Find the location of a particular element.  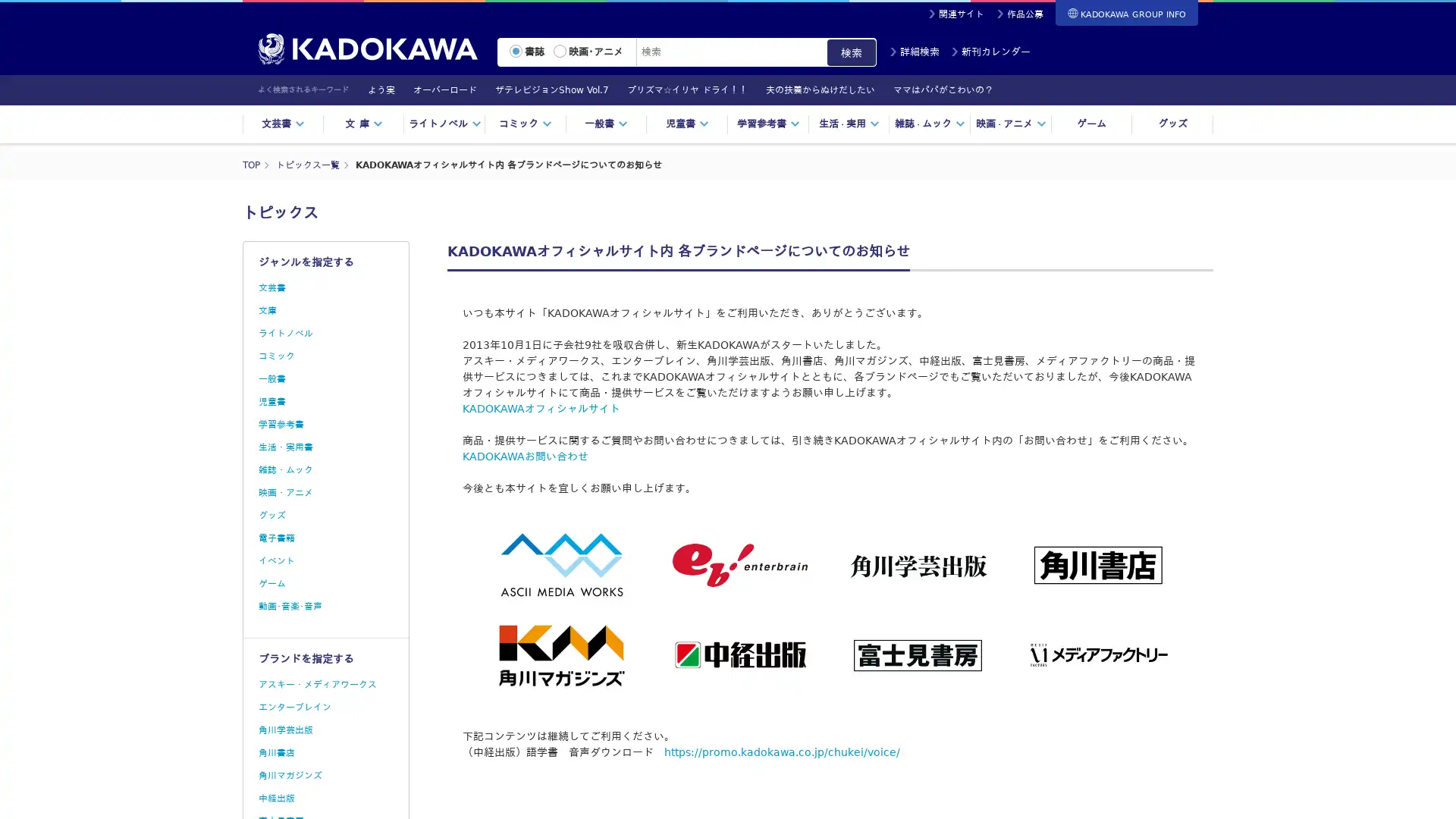

? 6 is located at coordinates (803, 114).